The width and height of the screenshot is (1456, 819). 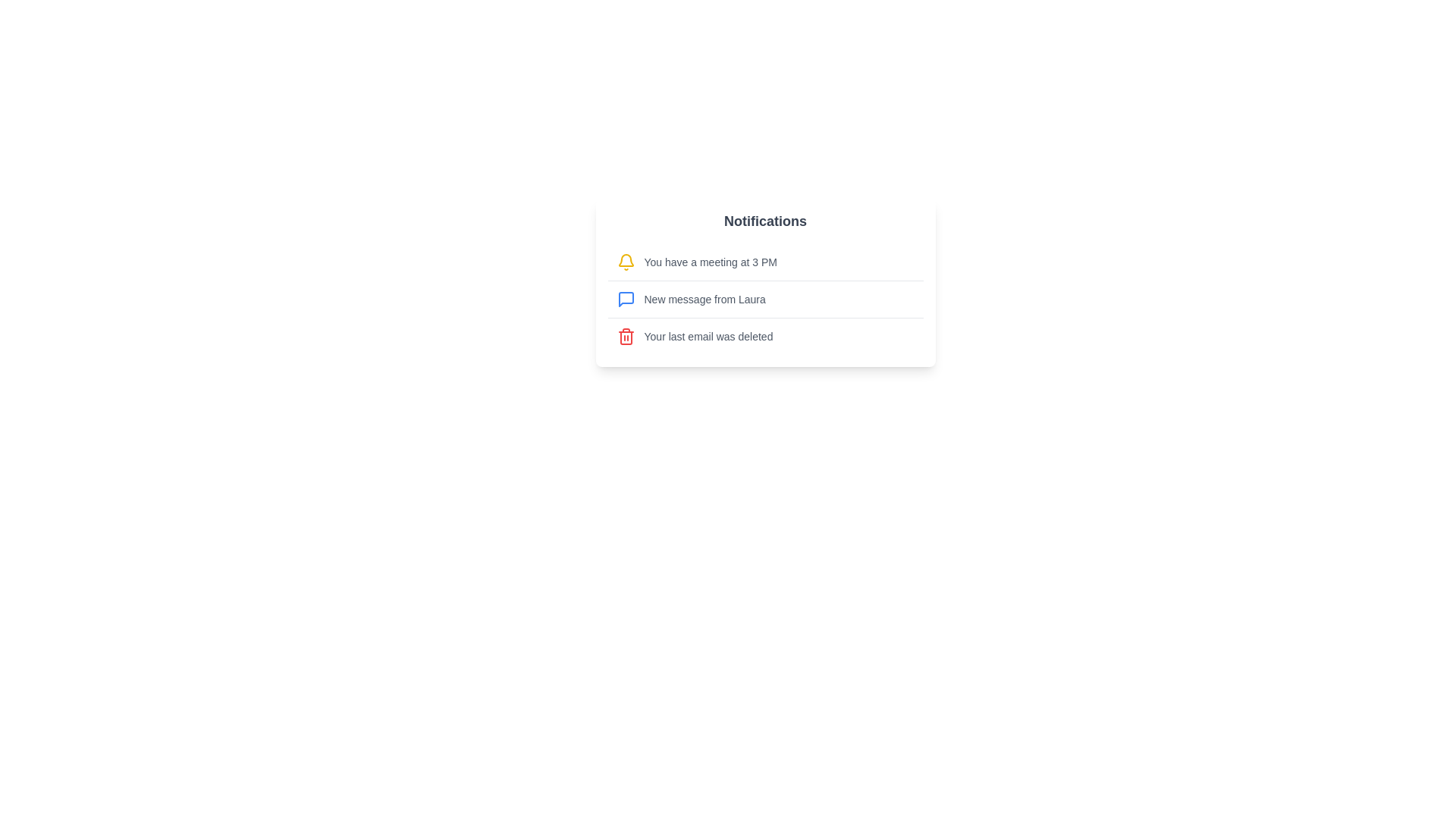 I want to click on the first notification item in the notifications panel, which displays a bell icon and the message 'You have a meeting at 3 PM', so click(x=765, y=262).